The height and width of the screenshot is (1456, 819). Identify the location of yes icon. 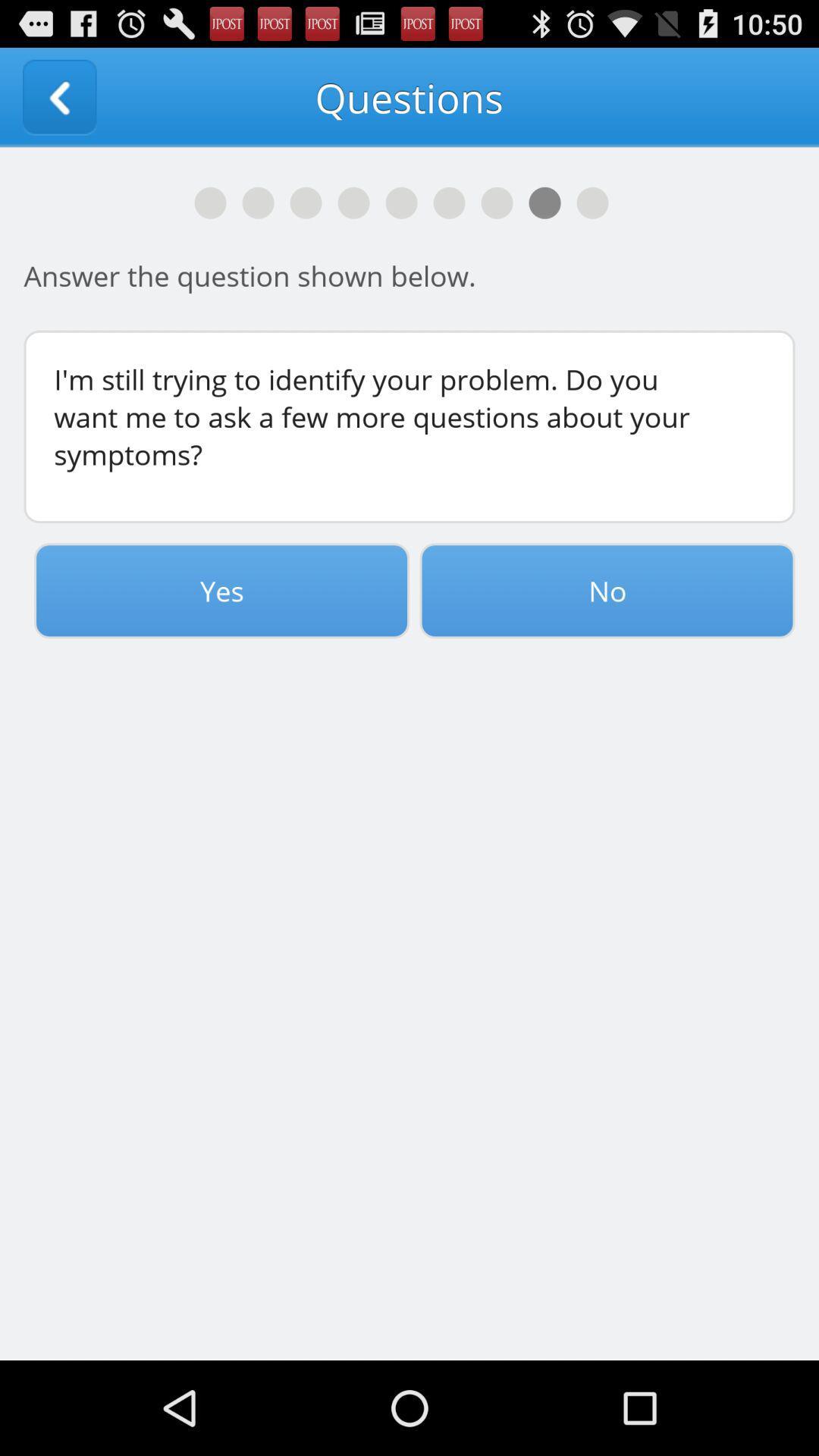
(221, 590).